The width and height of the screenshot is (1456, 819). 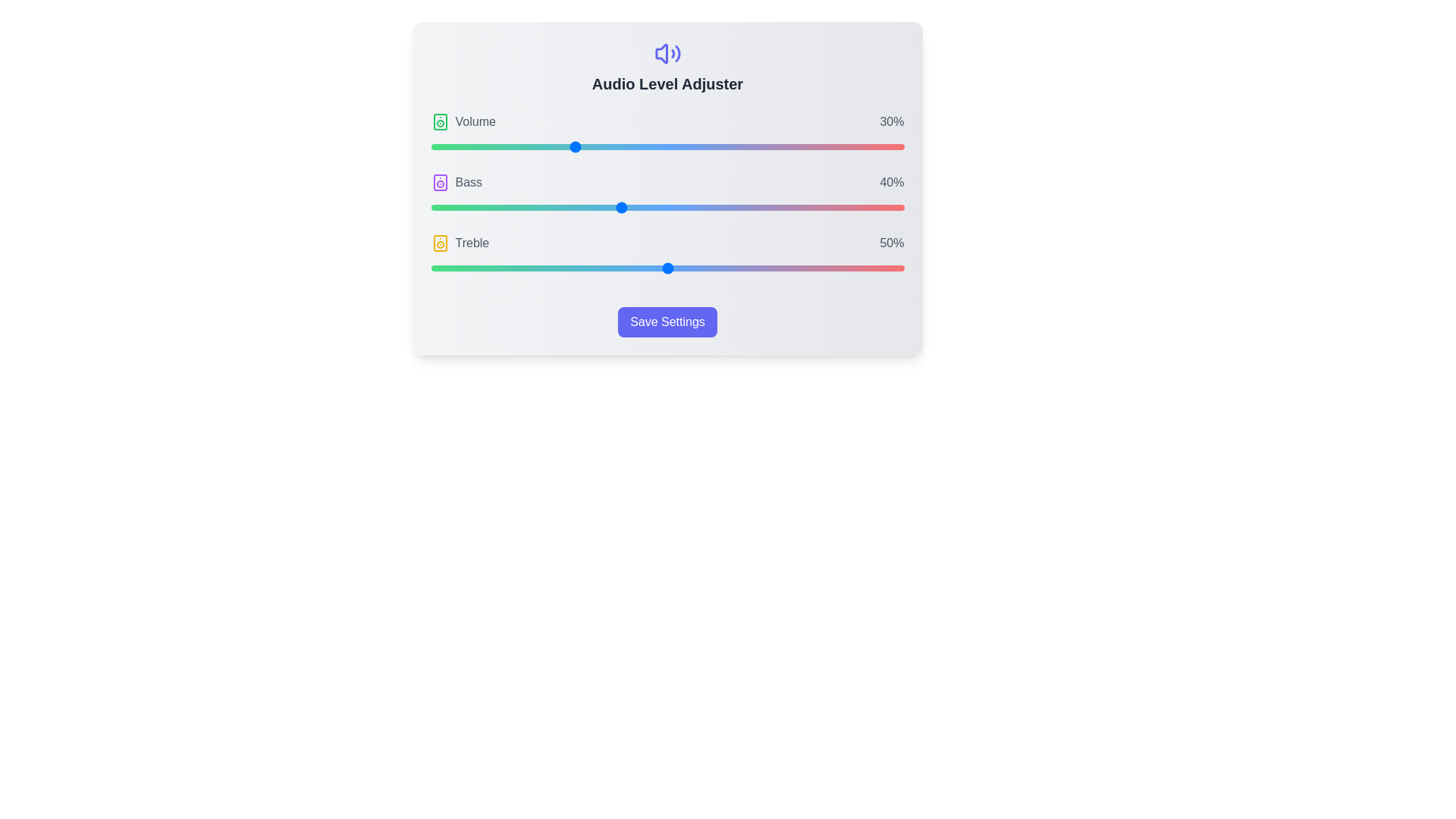 What do you see at coordinates (477, 268) in the screenshot?
I see `the Treble slider to 10%` at bounding box center [477, 268].